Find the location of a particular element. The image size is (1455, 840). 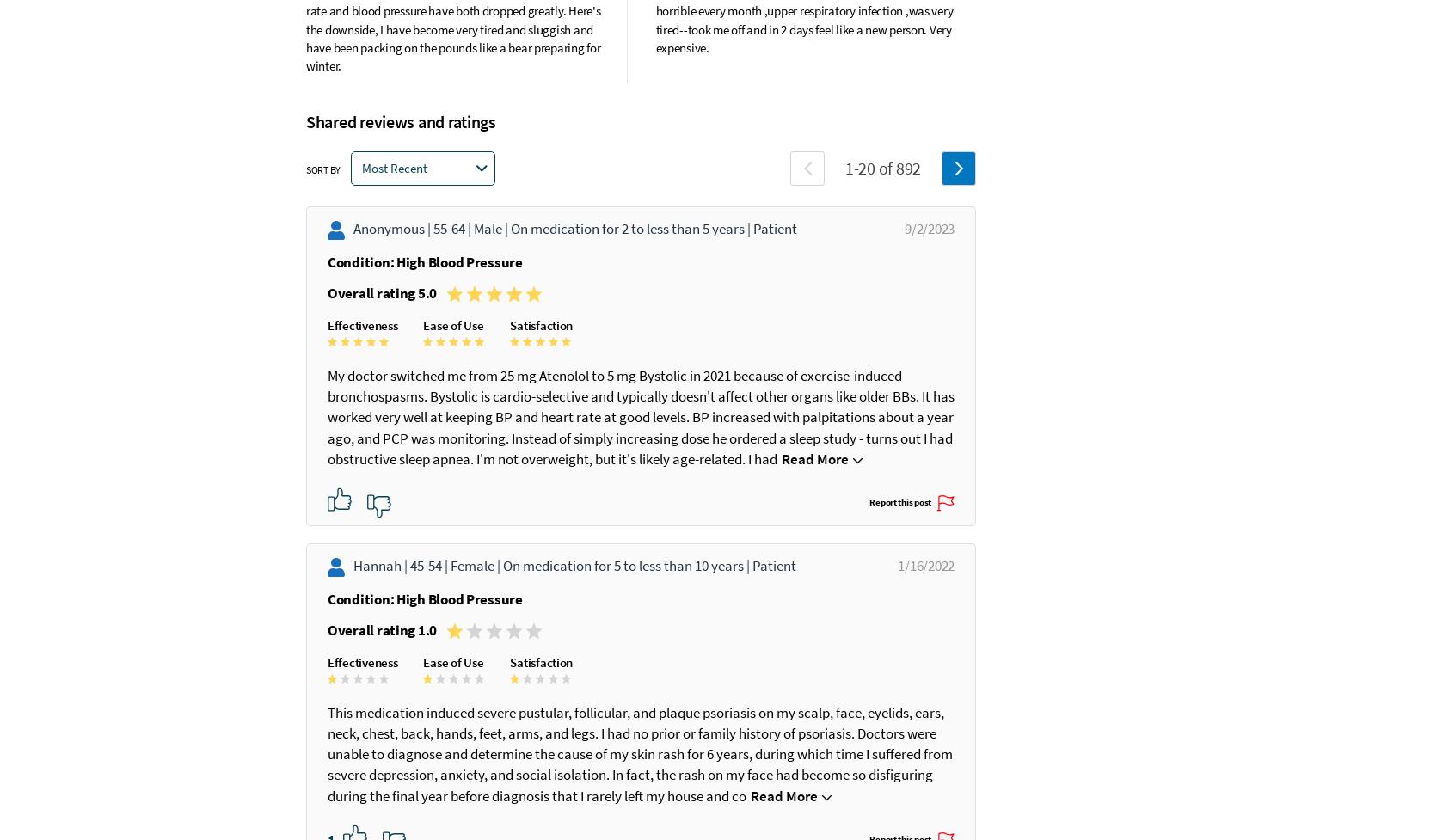

'Find a Pharmacy' is located at coordinates (1046, 240).